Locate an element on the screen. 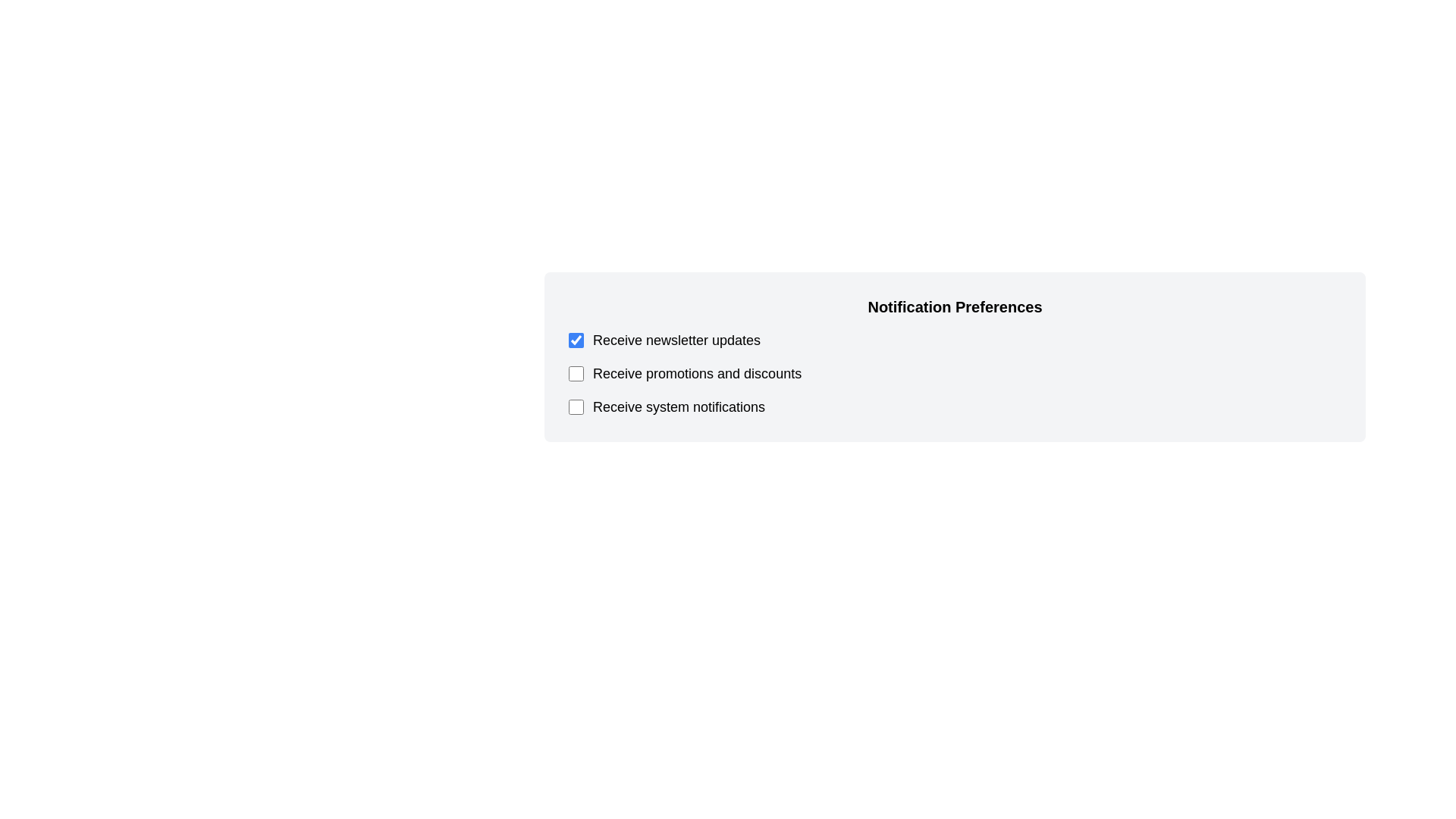  the title 'Notification Preferences' to highlight it is located at coordinates (954, 307).